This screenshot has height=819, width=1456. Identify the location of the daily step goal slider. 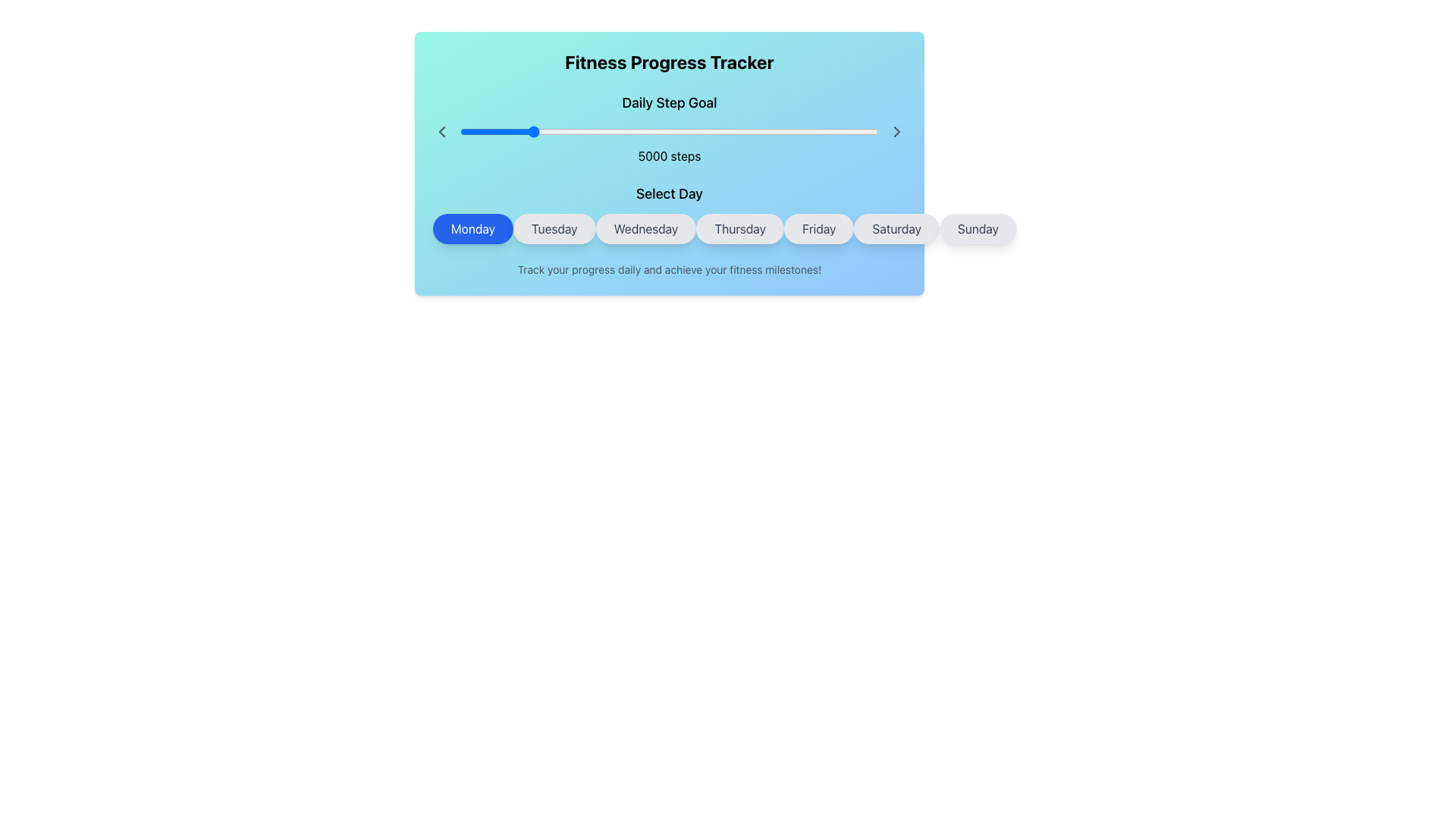
(498, 130).